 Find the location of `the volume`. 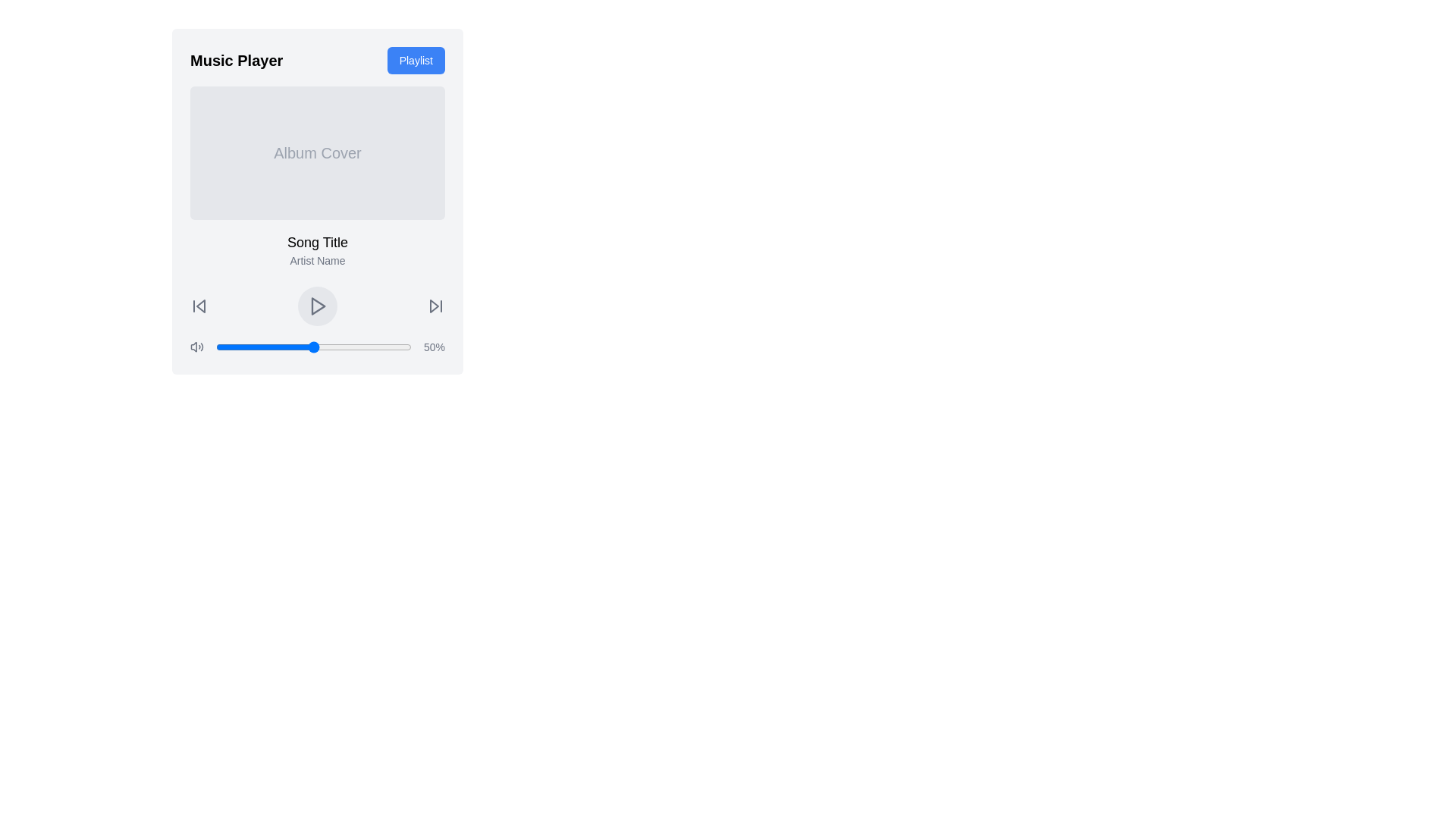

the volume is located at coordinates (385, 347).